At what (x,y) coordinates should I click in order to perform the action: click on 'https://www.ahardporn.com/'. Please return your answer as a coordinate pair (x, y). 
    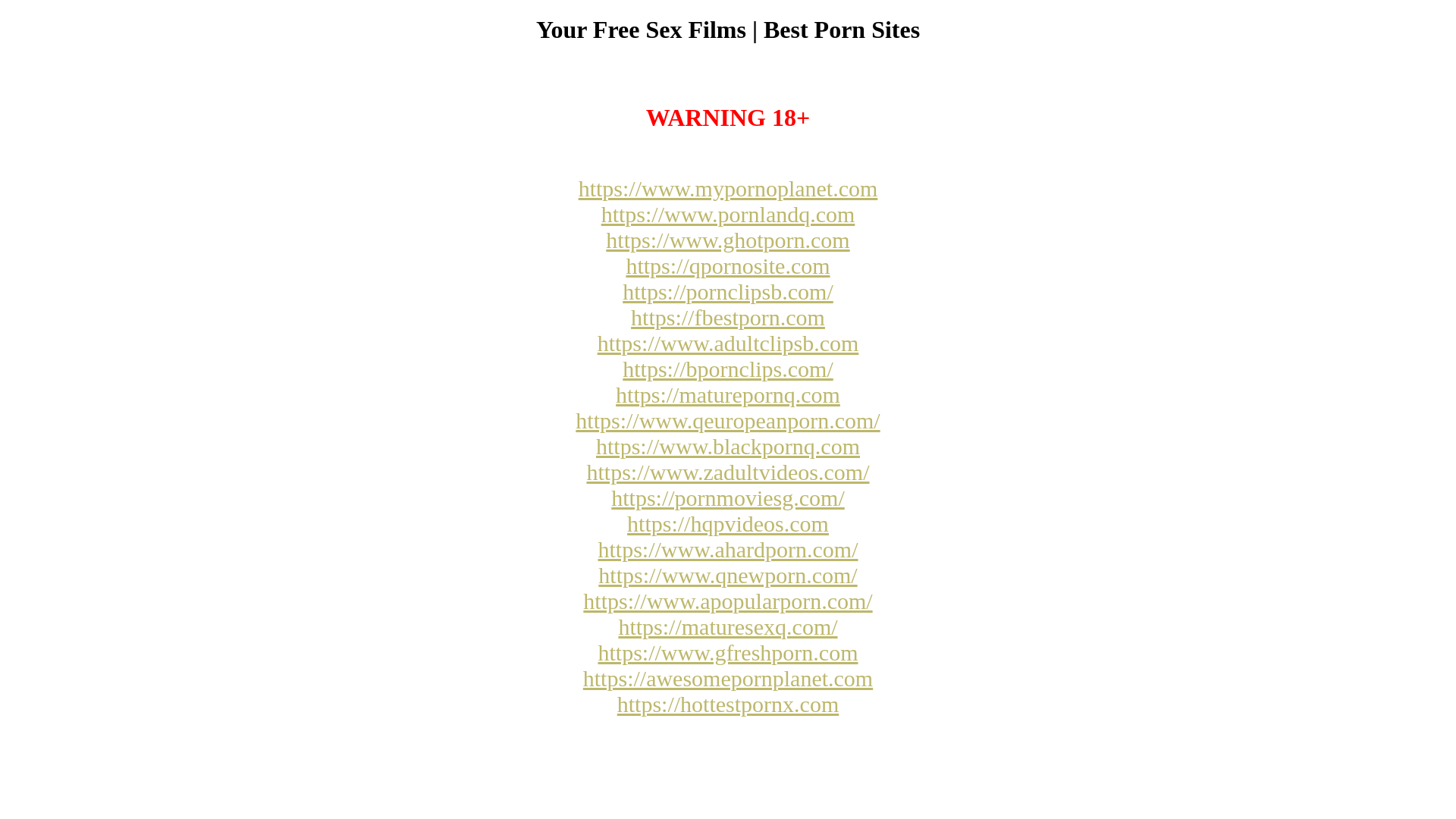
    Looking at the image, I should click on (726, 549).